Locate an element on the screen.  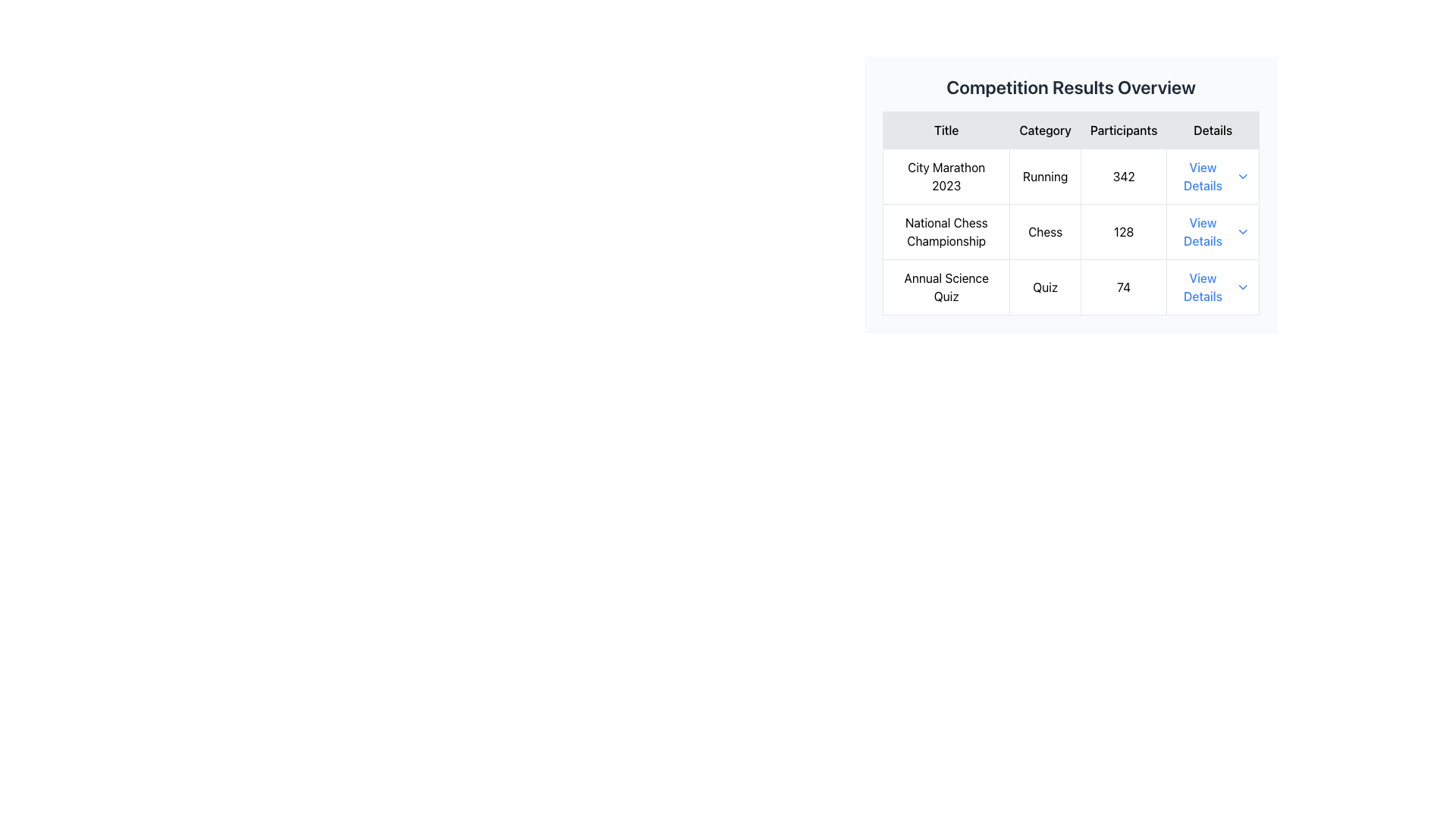
the 'View Details' link in the third row under the 'Details' column of the 'Competition Results Overview' table, which is aligned with 'Annual Science Quiz' is located at coordinates (1202, 287).